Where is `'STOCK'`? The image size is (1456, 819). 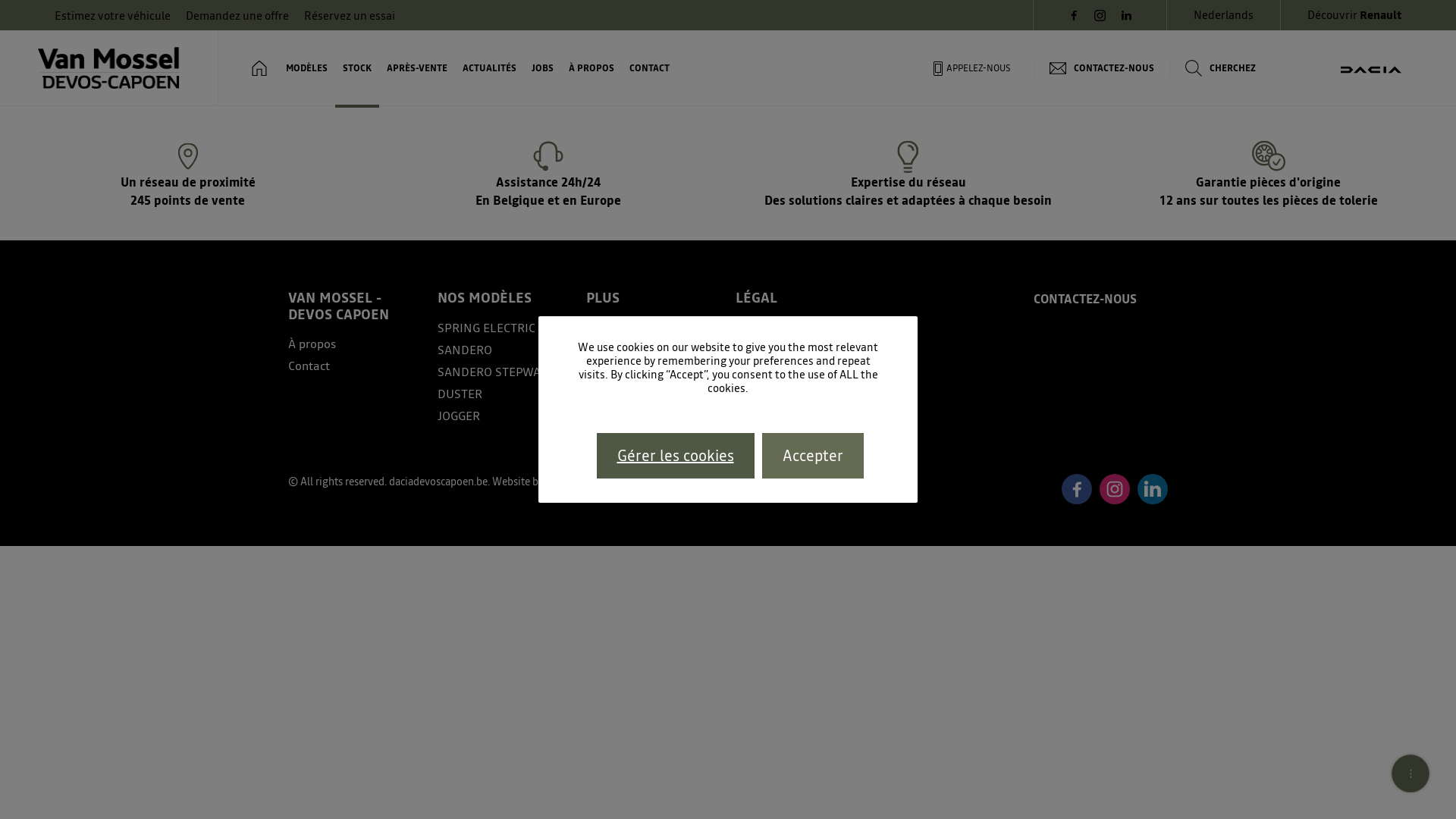 'STOCK' is located at coordinates (356, 67).